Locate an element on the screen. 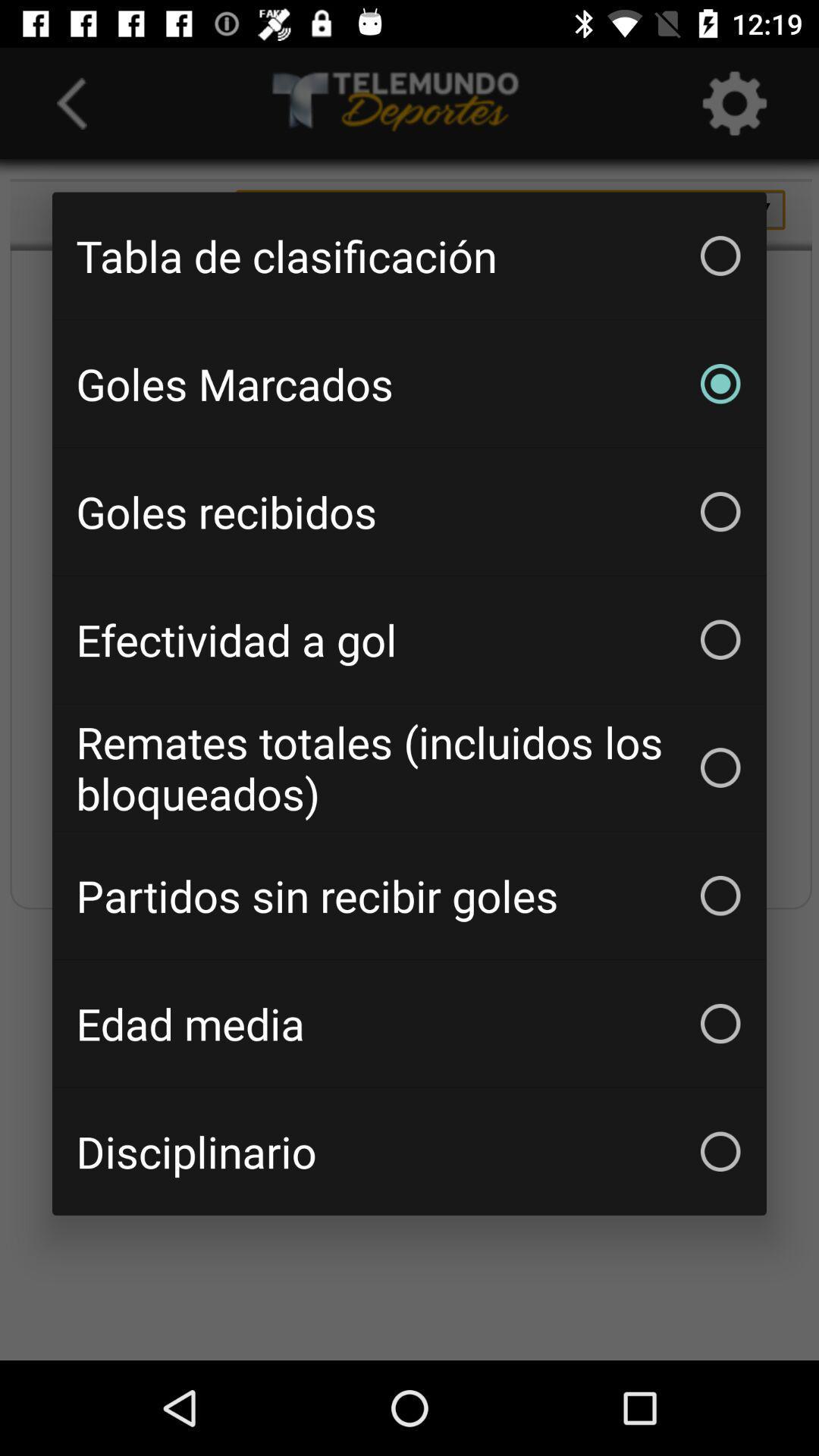 Image resolution: width=819 pixels, height=1456 pixels. the icon below the goles marcados is located at coordinates (409, 512).